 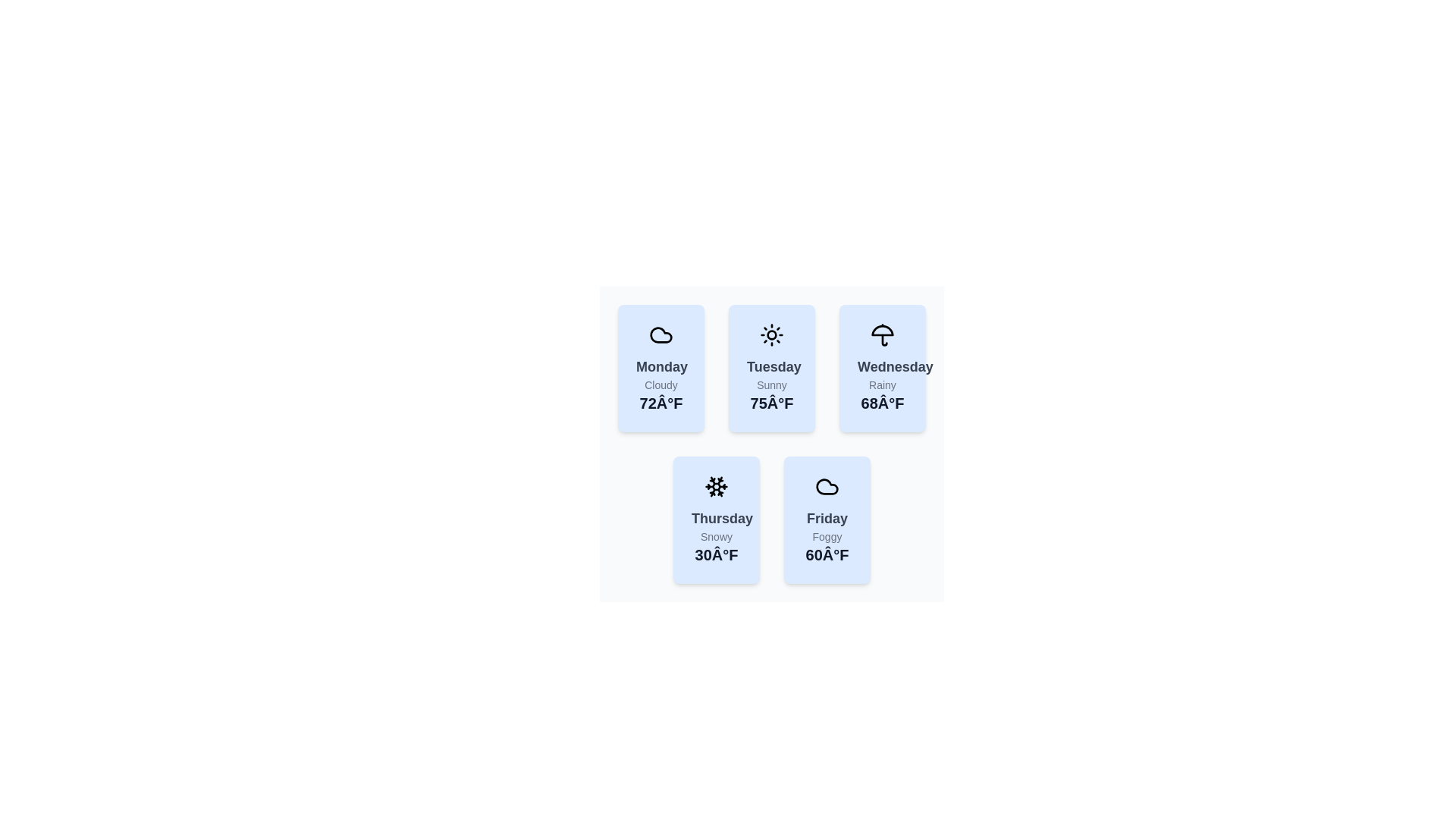 What do you see at coordinates (716, 517) in the screenshot?
I see `the textual label displaying 'Thursday' in bold gray font, which is part of a weather card positioned above the weather description 'Snowy'` at bounding box center [716, 517].